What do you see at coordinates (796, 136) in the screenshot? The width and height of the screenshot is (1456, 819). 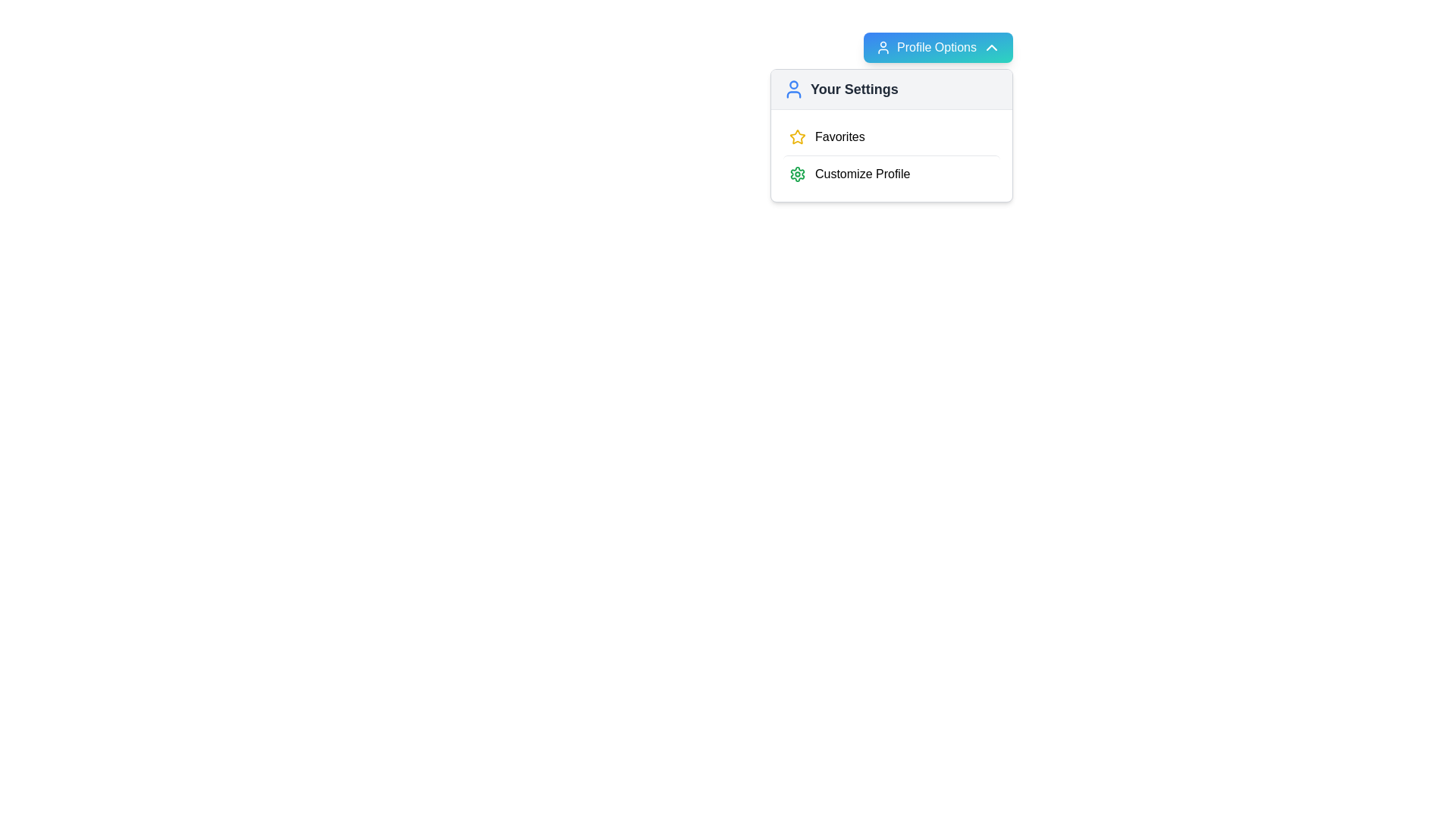 I see `the star-shaped icon with hollow styling and a yellow outline located in the 'Favorites' section of the drop-down menu from 'Profile Options'` at bounding box center [796, 136].